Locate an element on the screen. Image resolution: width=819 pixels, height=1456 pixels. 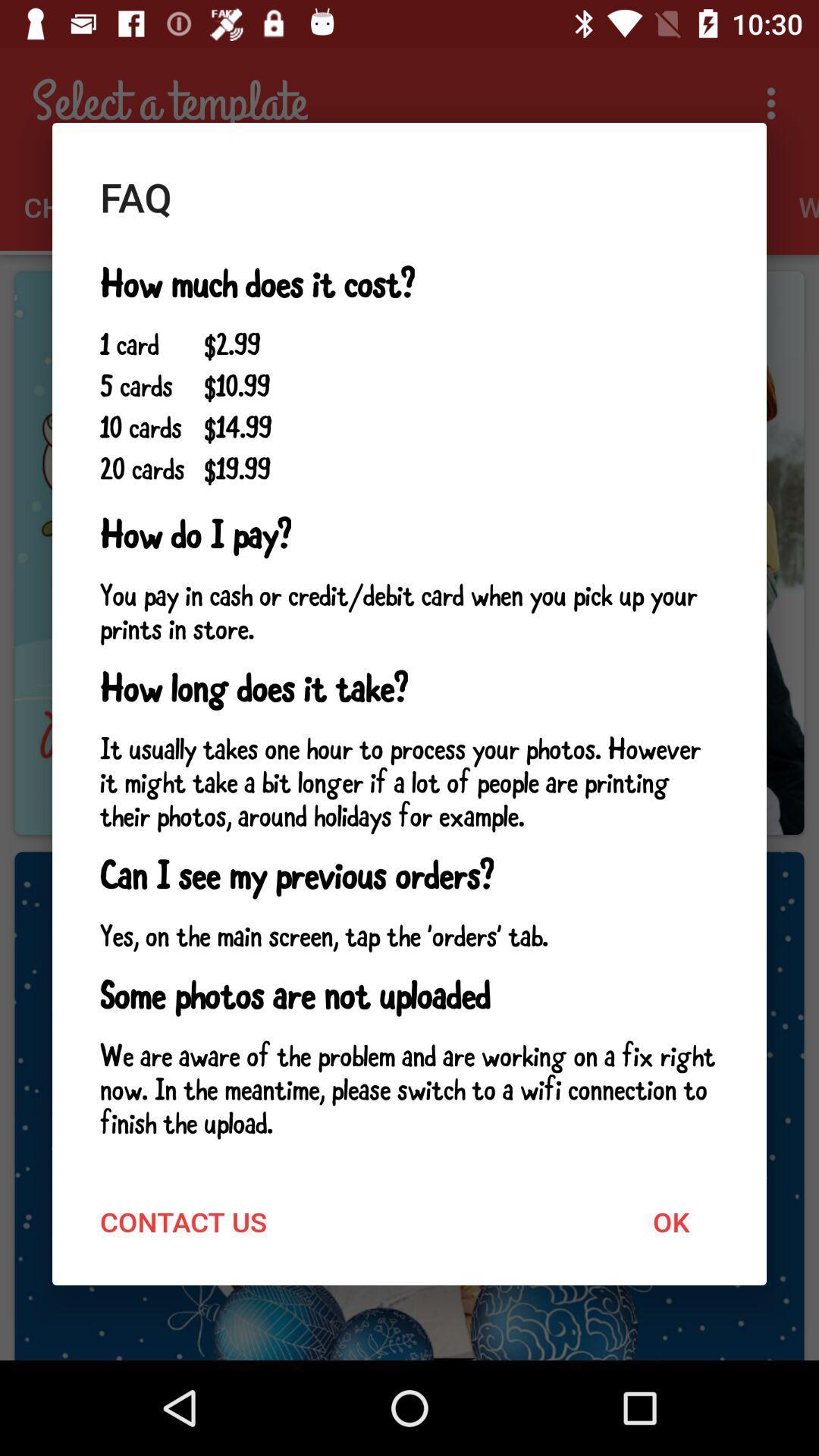
icon below the we are aware icon is located at coordinates (670, 1222).